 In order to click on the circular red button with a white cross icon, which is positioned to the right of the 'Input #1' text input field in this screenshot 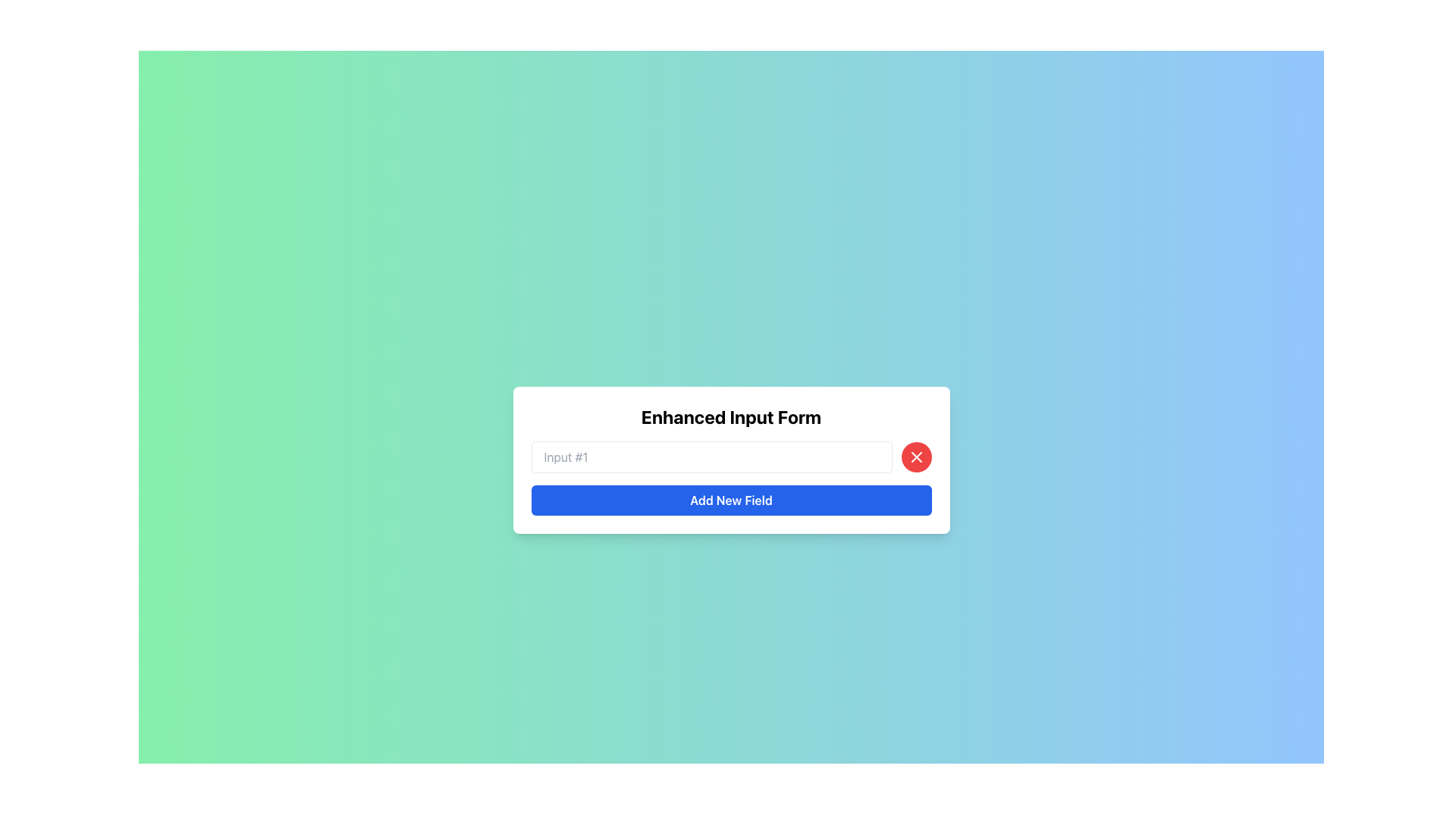, I will do `click(915, 456)`.